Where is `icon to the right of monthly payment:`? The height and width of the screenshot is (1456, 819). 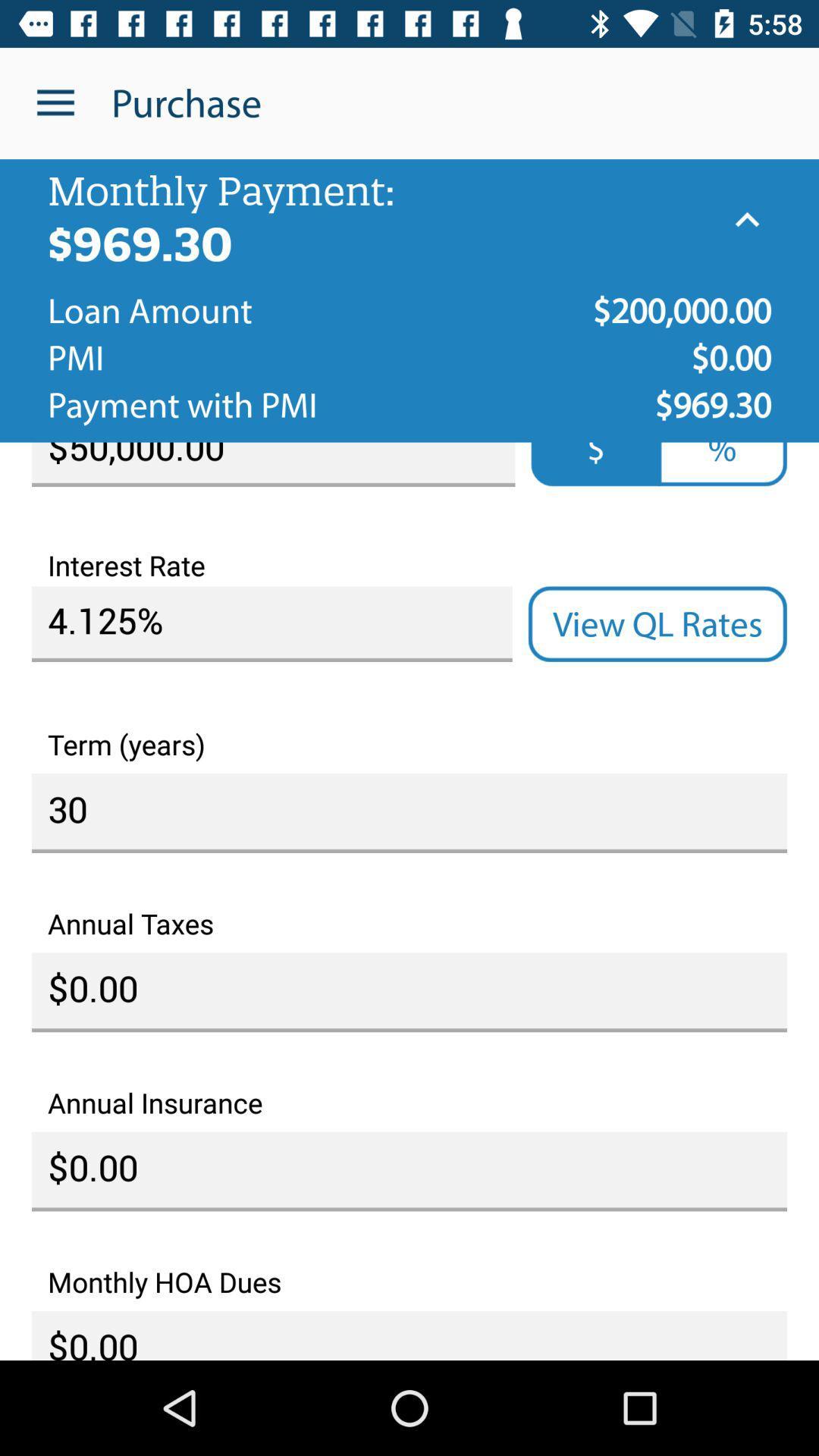 icon to the right of monthly payment: is located at coordinates (746, 219).